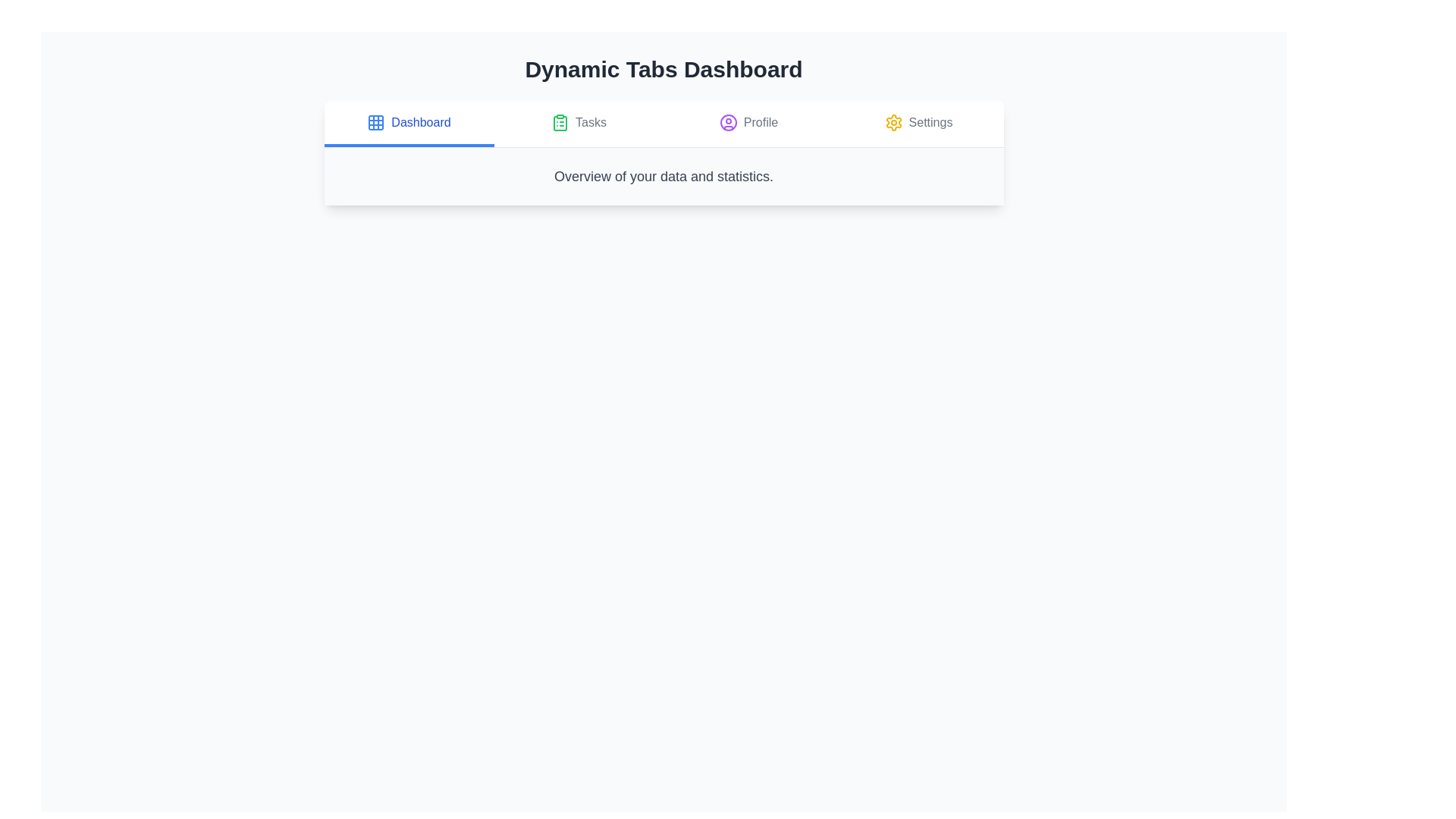  Describe the element at coordinates (893, 122) in the screenshot. I see `the settings icon located at the top right section of the tabbed navigation bar` at that location.